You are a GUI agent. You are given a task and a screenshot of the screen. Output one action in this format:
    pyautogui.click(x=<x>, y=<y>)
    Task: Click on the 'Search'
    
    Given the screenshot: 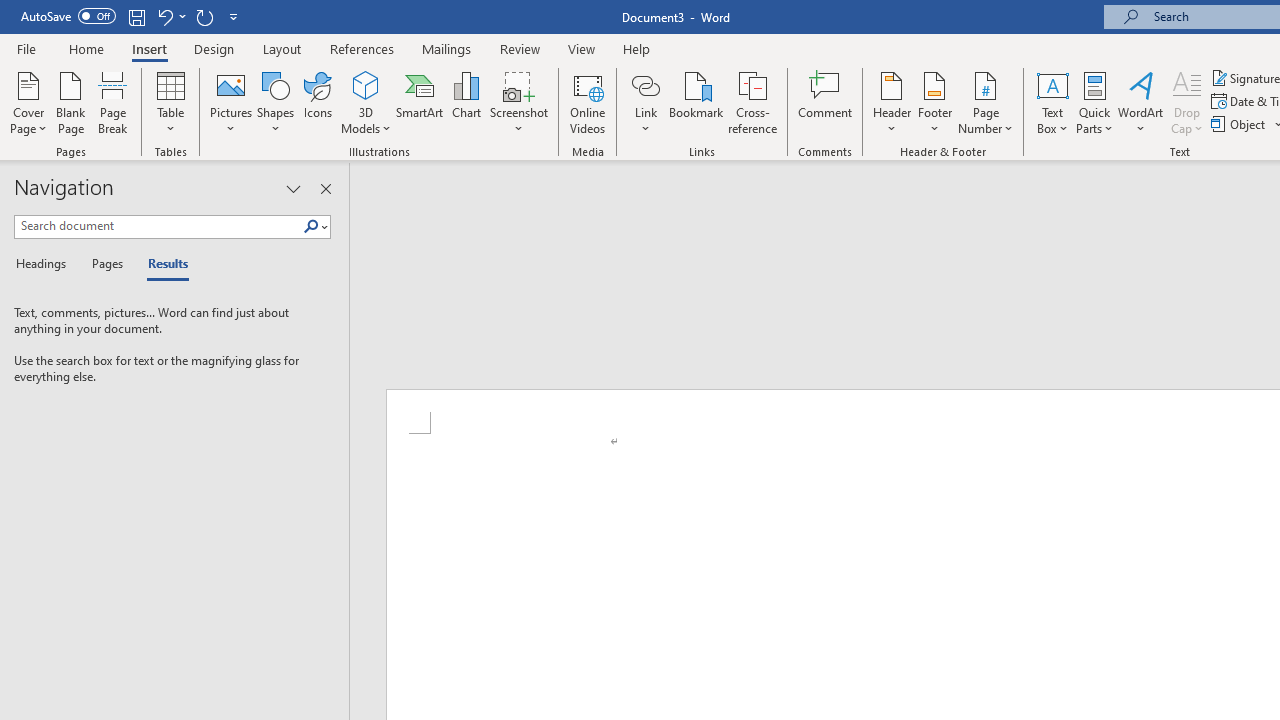 What is the action you would take?
    pyautogui.click(x=314, y=226)
    